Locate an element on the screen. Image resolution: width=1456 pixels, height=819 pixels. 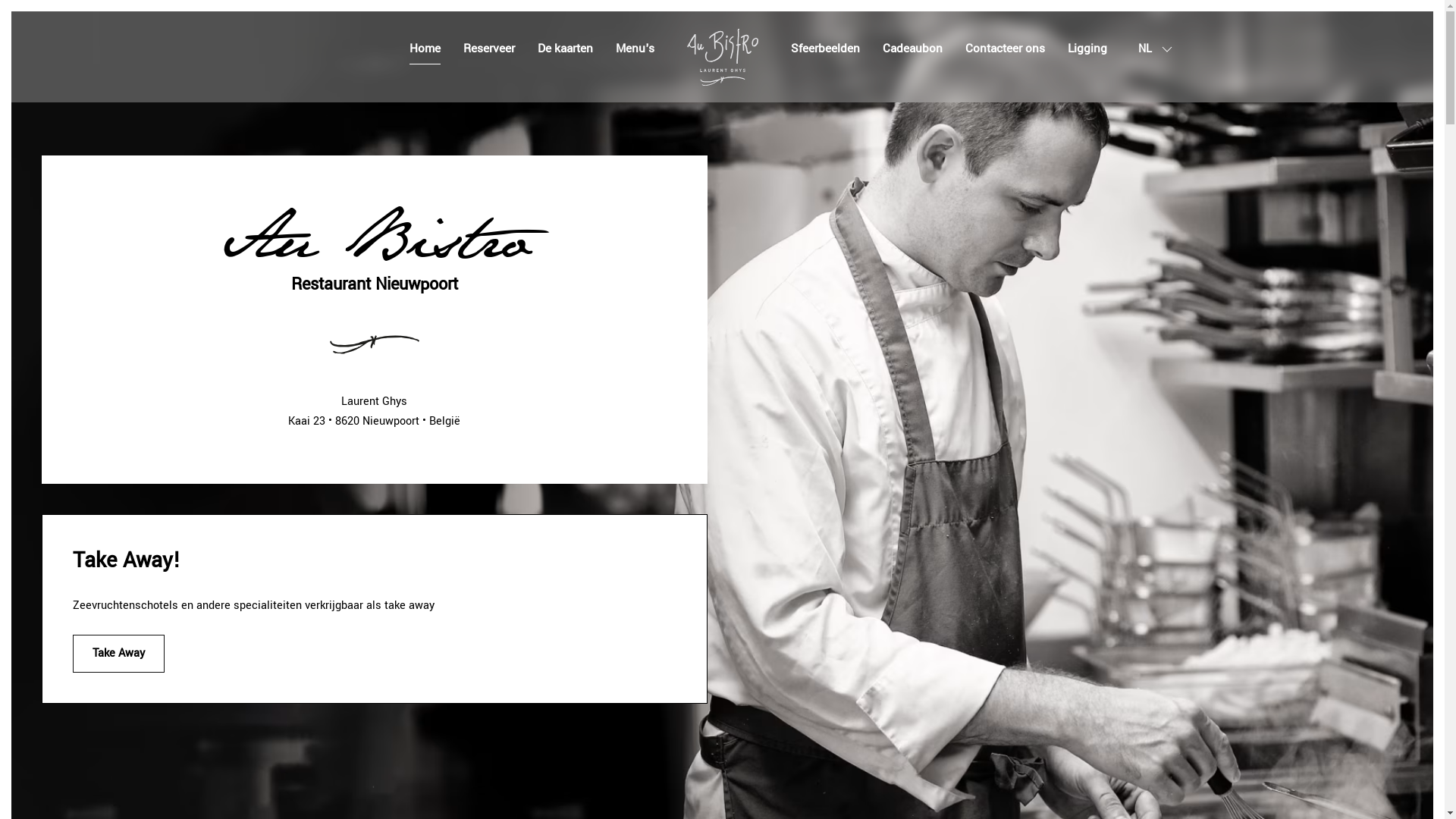
'Menu's' is located at coordinates (615, 49).